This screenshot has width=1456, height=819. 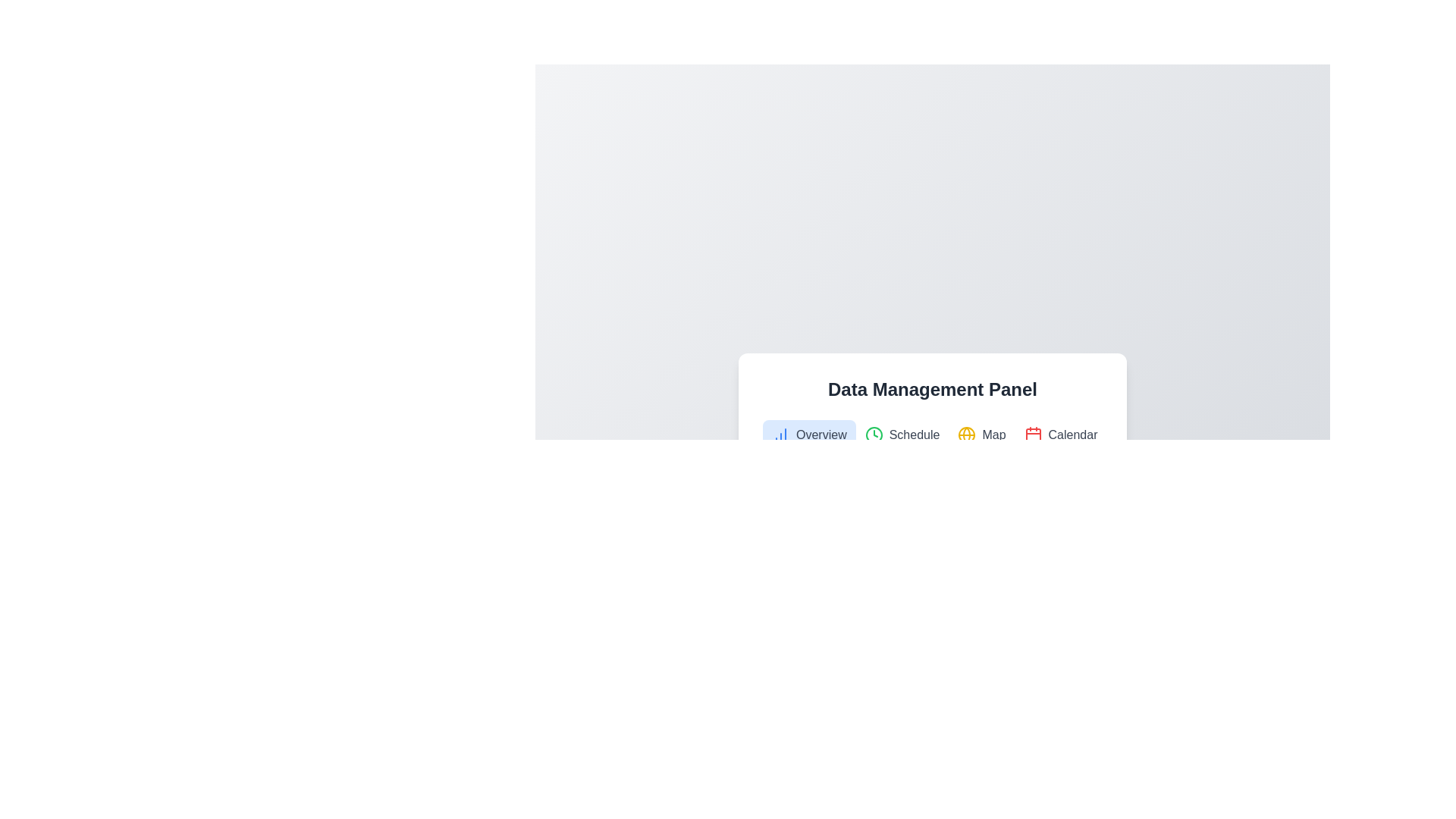 I want to click on the SVG Circle element in the top-right section of the Data Management Panel, so click(x=966, y=435).